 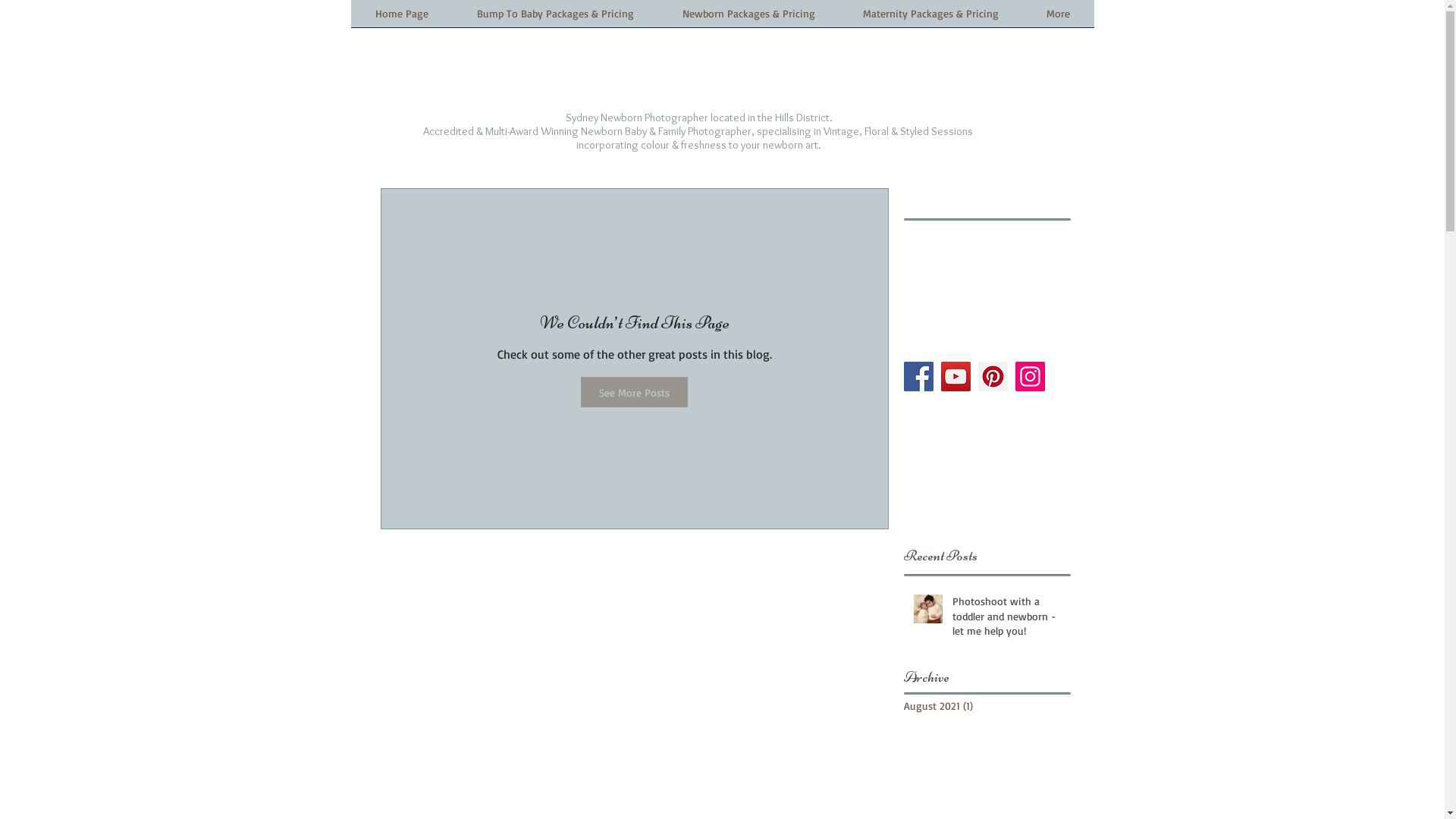 What do you see at coordinates (1007, 619) in the screenshot?
I see `'Photoshoot with a toddler and newborn - let me help you!'` at bounding box center [1007, 619].